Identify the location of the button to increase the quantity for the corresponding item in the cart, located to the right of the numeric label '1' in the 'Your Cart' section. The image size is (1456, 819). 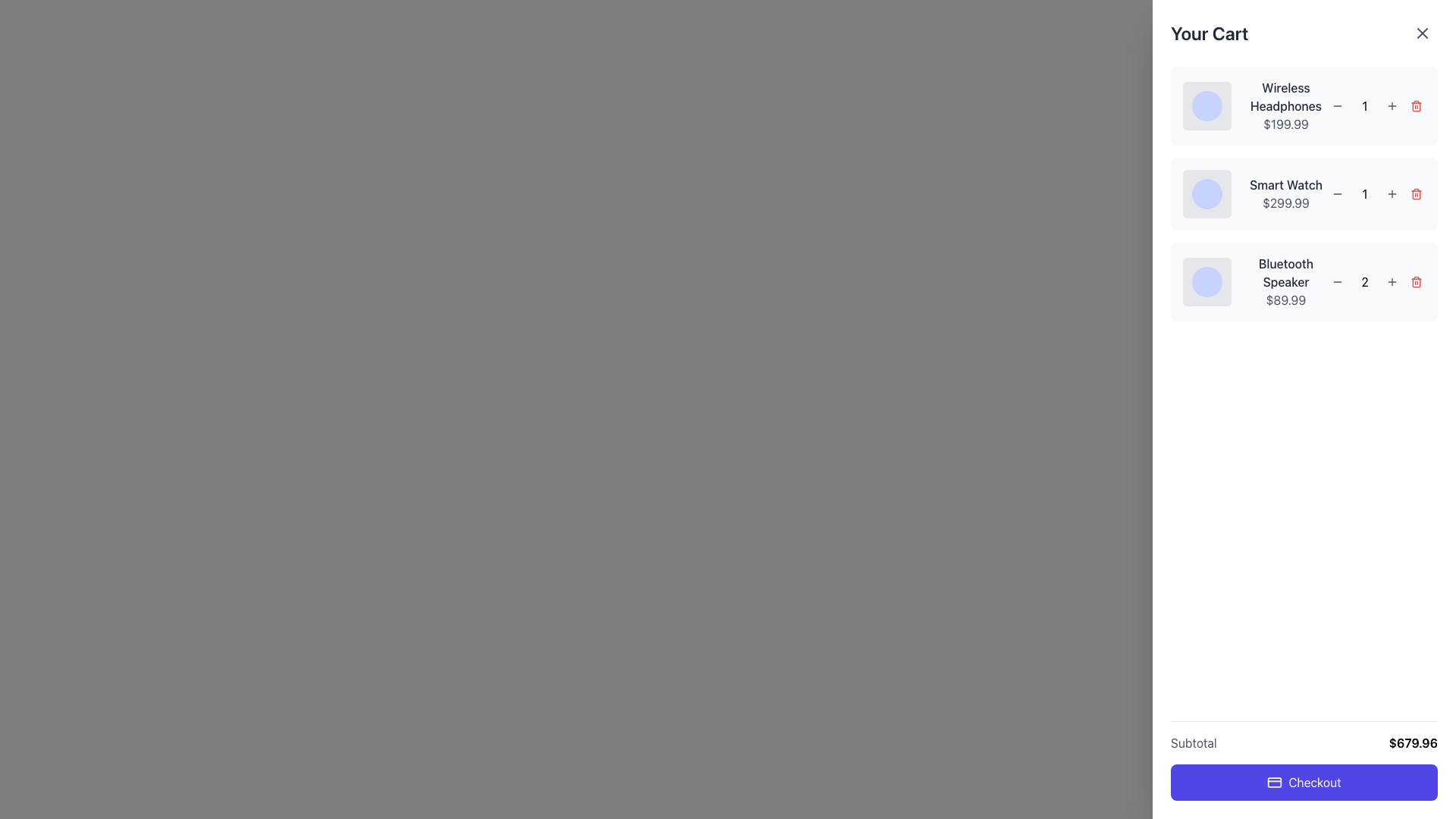
(1392, 193).